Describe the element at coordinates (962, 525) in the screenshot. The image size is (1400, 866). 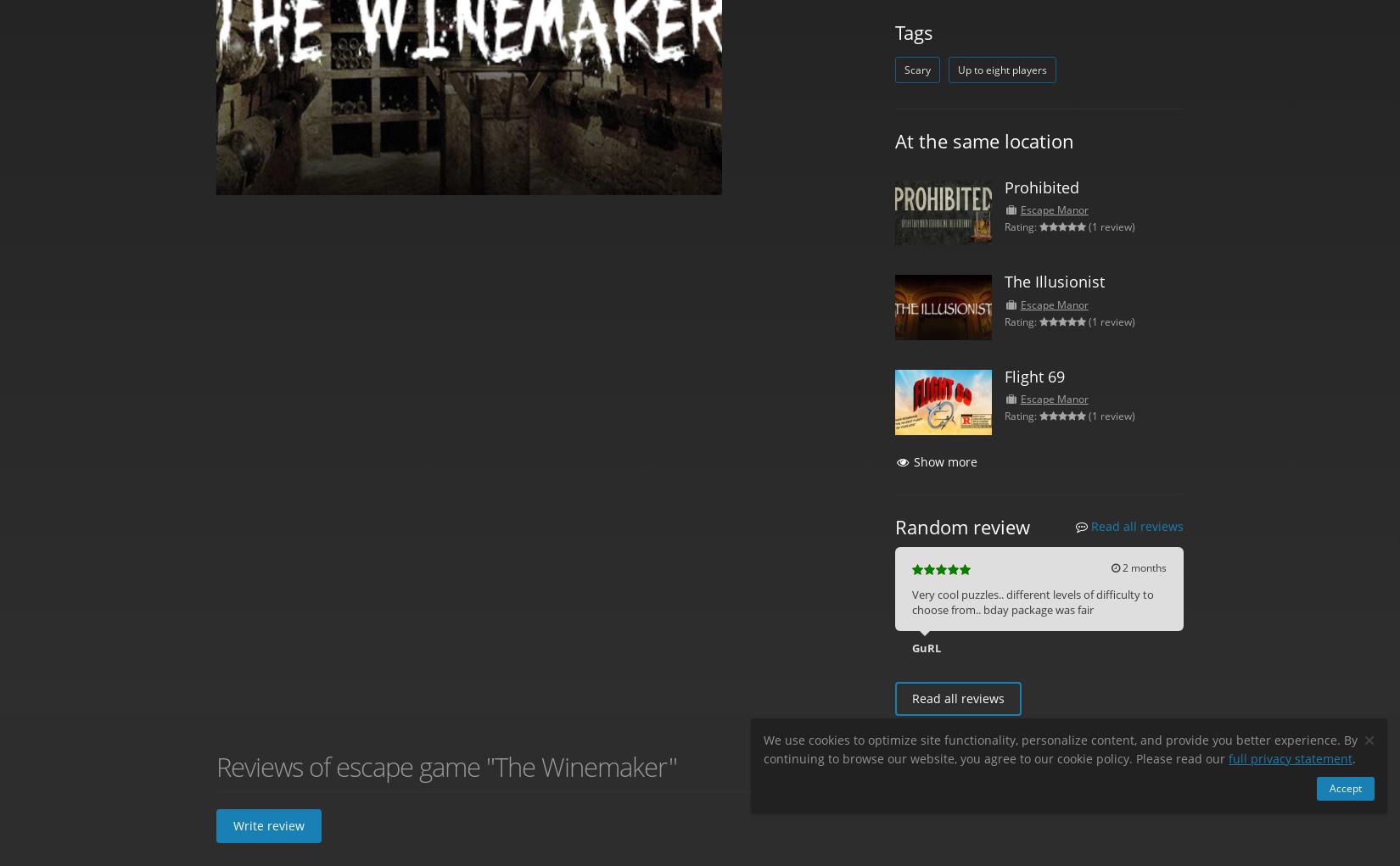
I see `'Random review'` at that location.